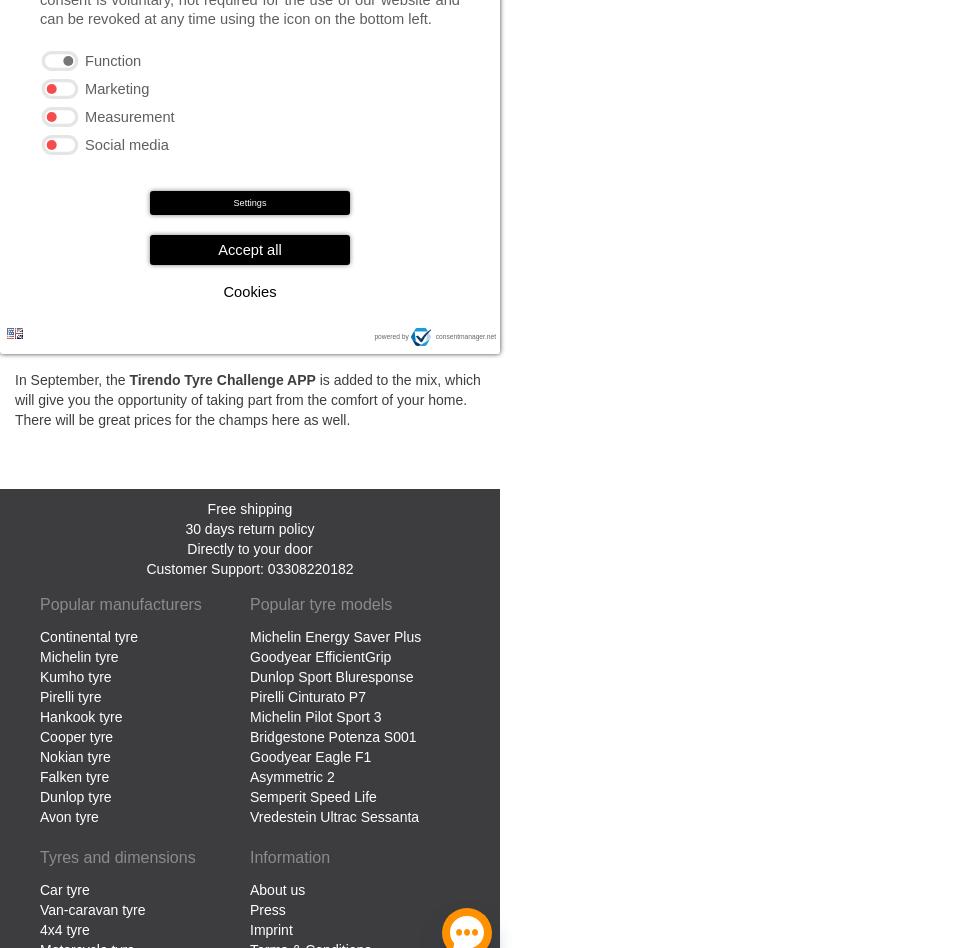 This screenshot has width=972, height=948. What do you see at coordinates (249, 528) in the screenshot?
I see `'30 days return policy'` at bounding box center [249, 528].